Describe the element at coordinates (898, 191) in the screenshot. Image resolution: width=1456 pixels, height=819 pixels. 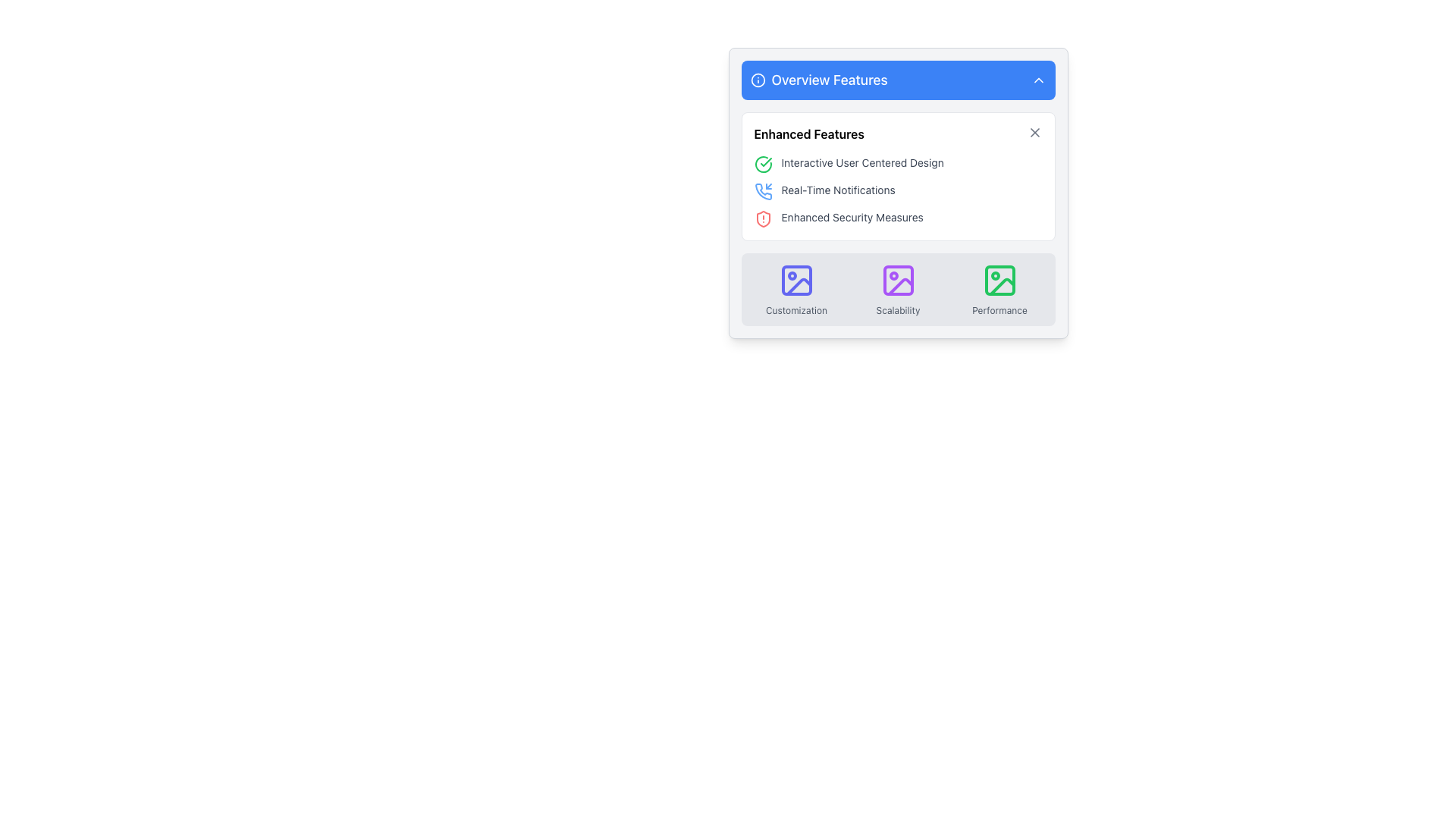
I see `the 'Real-Time Notifications' list item, which is the second item in the 'Enhanced Features' section` at that location.